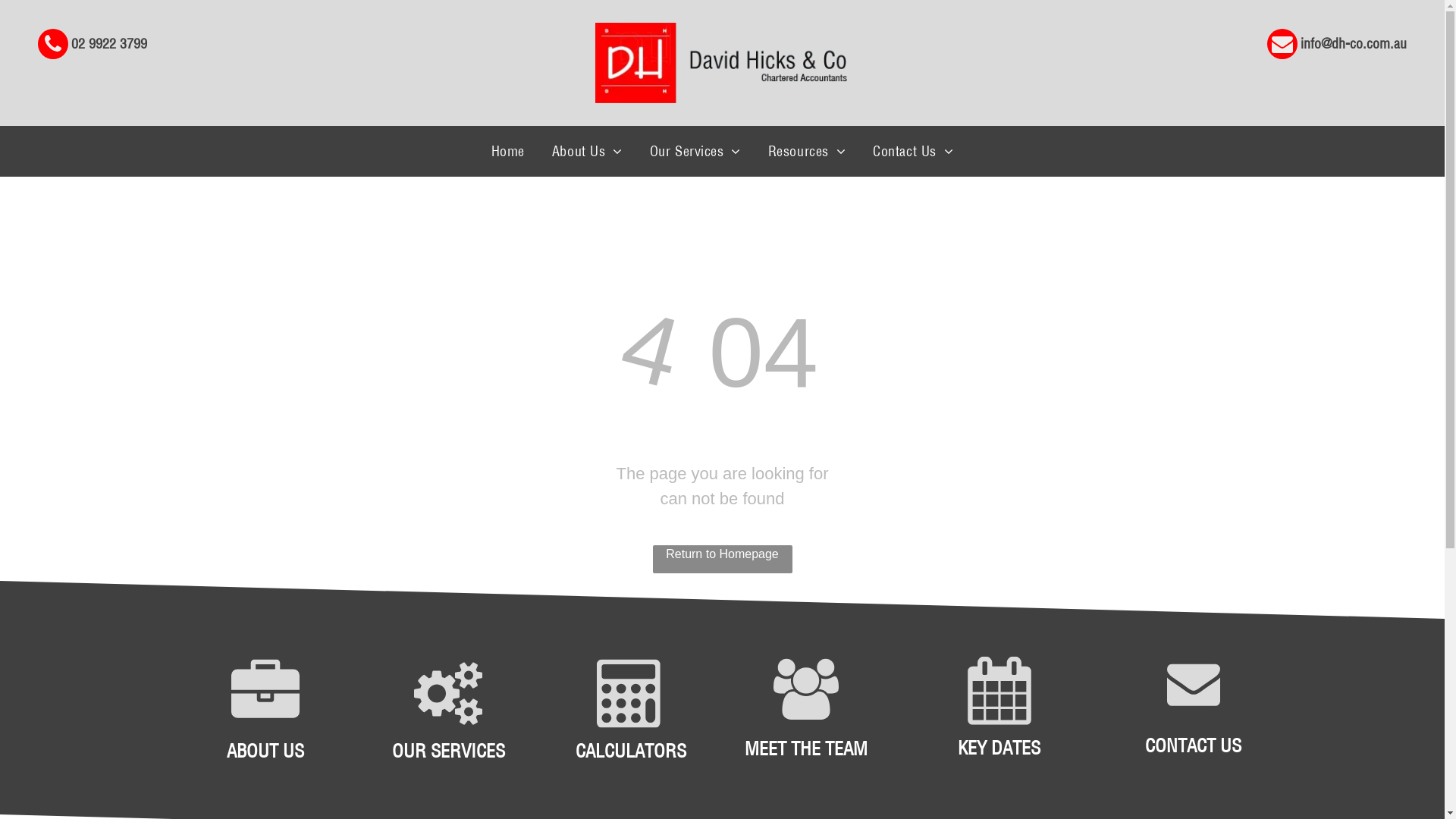 The width and height of the screenshot is (1456, 819). Describe the element at coordinates (720, 62) in the screenshot. I see `'David Hicks & Co, Chartered Accountants, Milton Point NSW'` at that location.